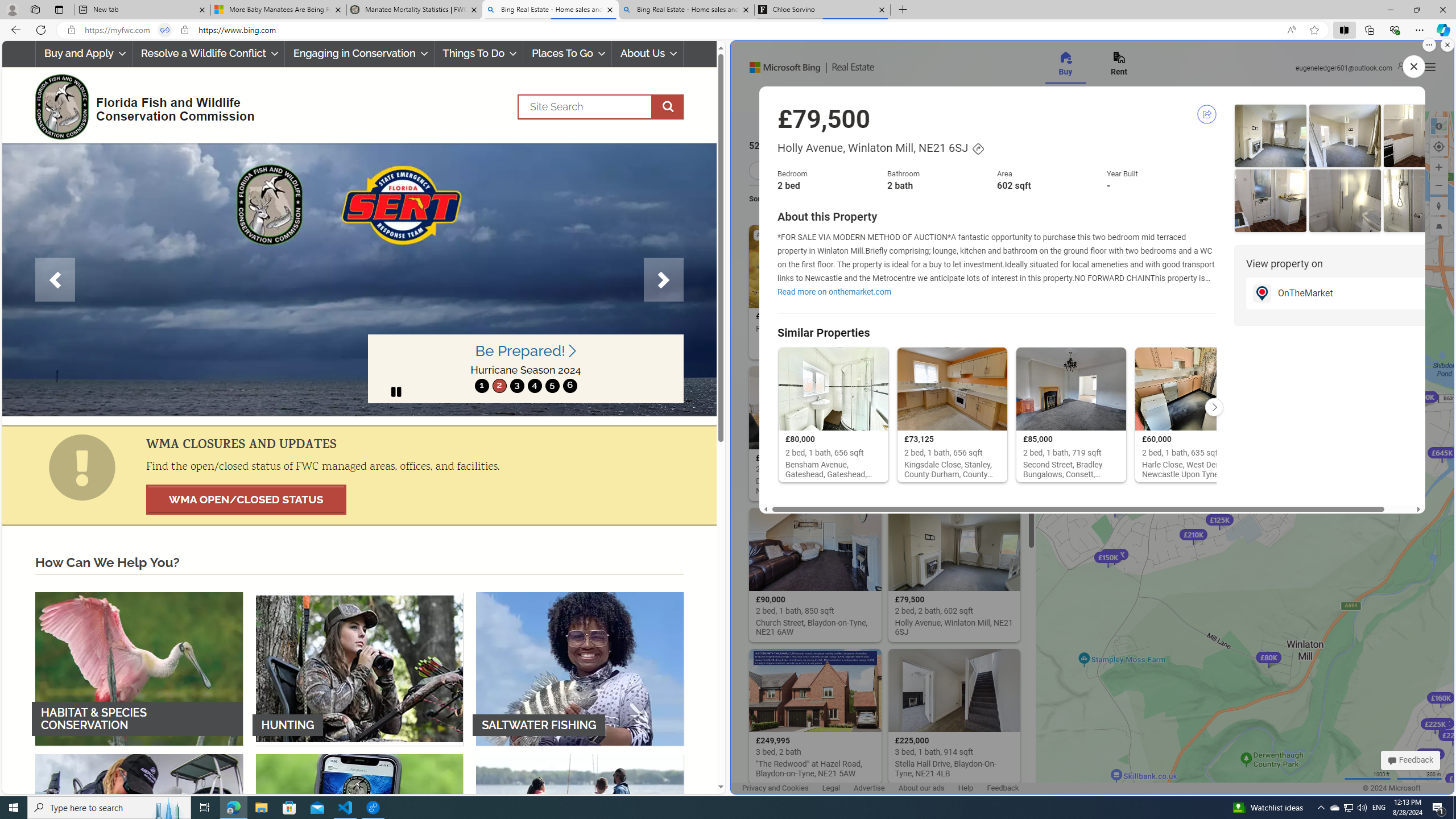 This screenshot has width=1456, height=819. I want to click on 'HABITAT & SPECIES CONSERVATION', so click(139, 668).